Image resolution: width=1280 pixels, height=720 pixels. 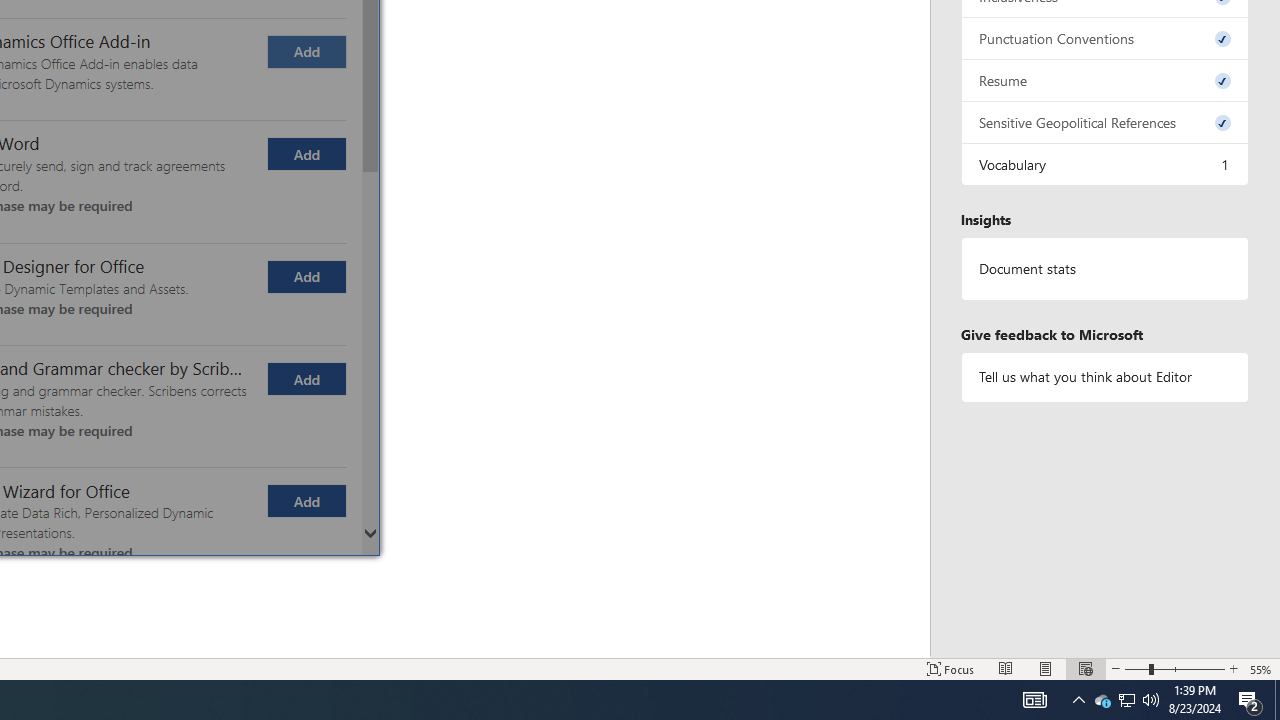 I want to click on 'Resume, 0 issues. Press space or enter to review items.', so click(x=1104, y=79).